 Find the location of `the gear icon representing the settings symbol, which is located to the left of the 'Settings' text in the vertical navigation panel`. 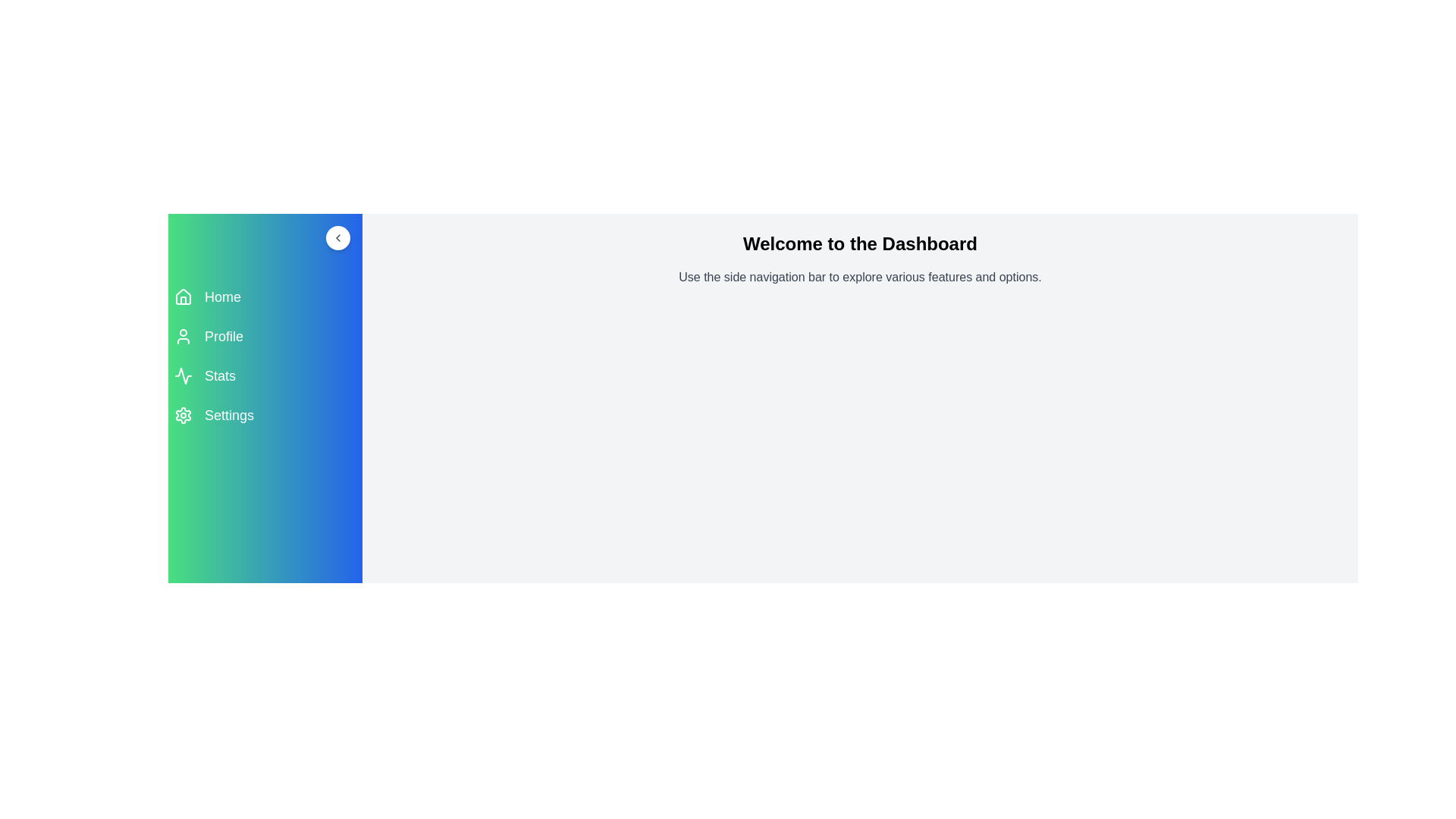

the gear icon representing the settings symbol, which is located to the left of the 'Settings' text in the vertical navigation panel is located at coordinates (182, 415).